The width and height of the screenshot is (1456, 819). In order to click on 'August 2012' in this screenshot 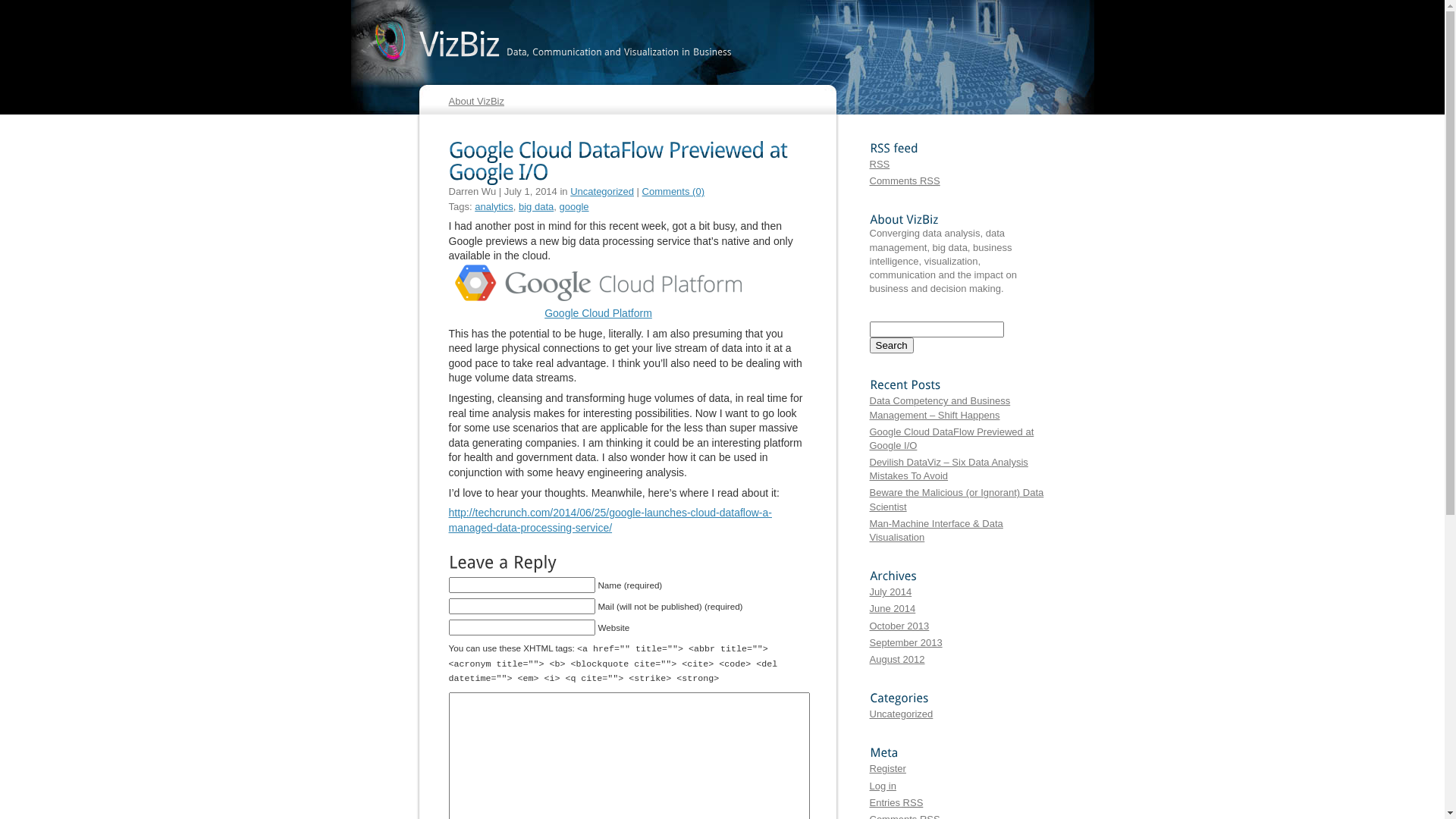, I will do `click(896, 658)`.